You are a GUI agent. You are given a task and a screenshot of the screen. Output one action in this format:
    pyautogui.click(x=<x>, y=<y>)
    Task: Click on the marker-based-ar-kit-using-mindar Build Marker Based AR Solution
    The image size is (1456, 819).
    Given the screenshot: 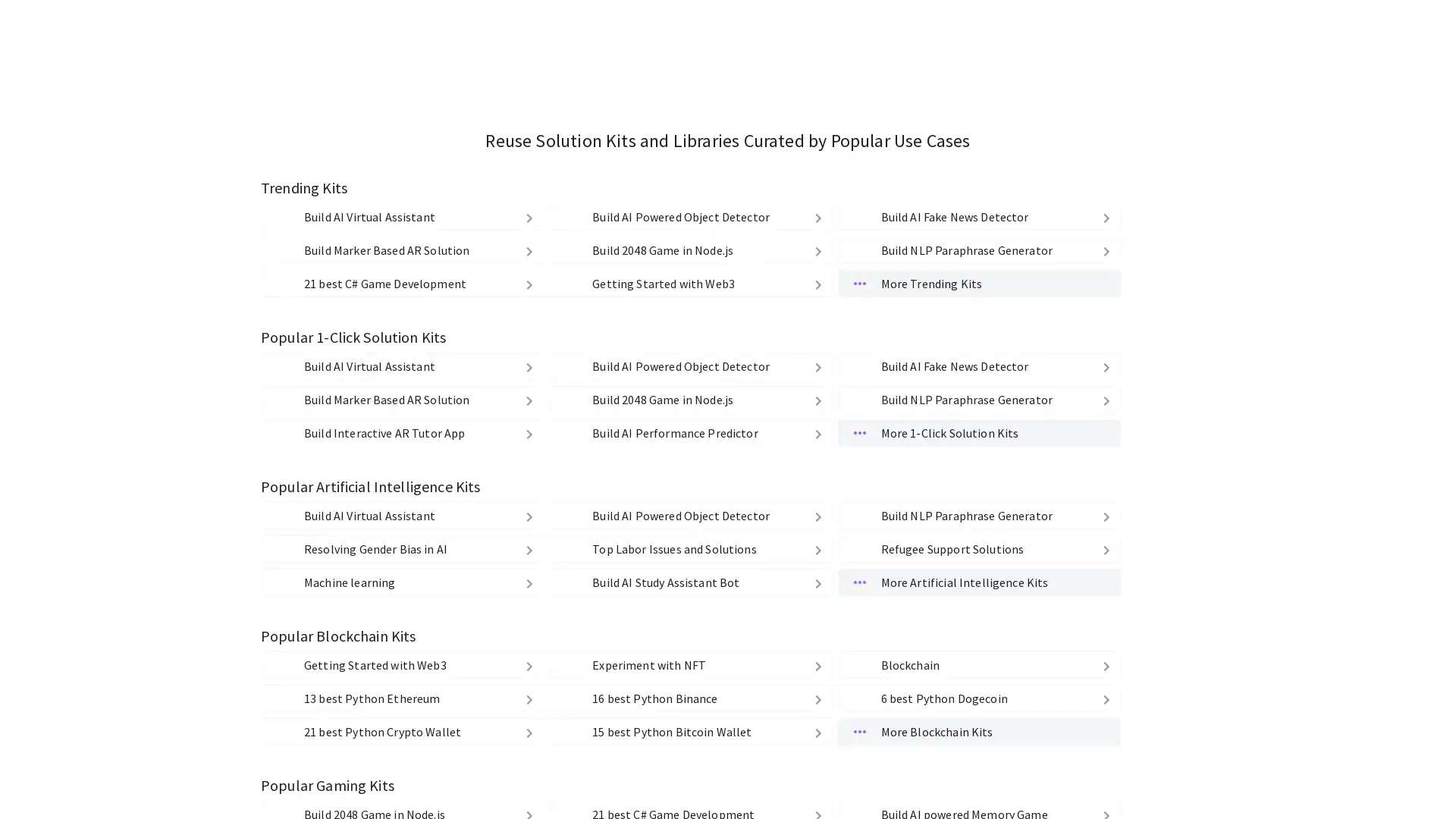 What is the action you would take?
    pyautogui.click(x=402, y=631)
    